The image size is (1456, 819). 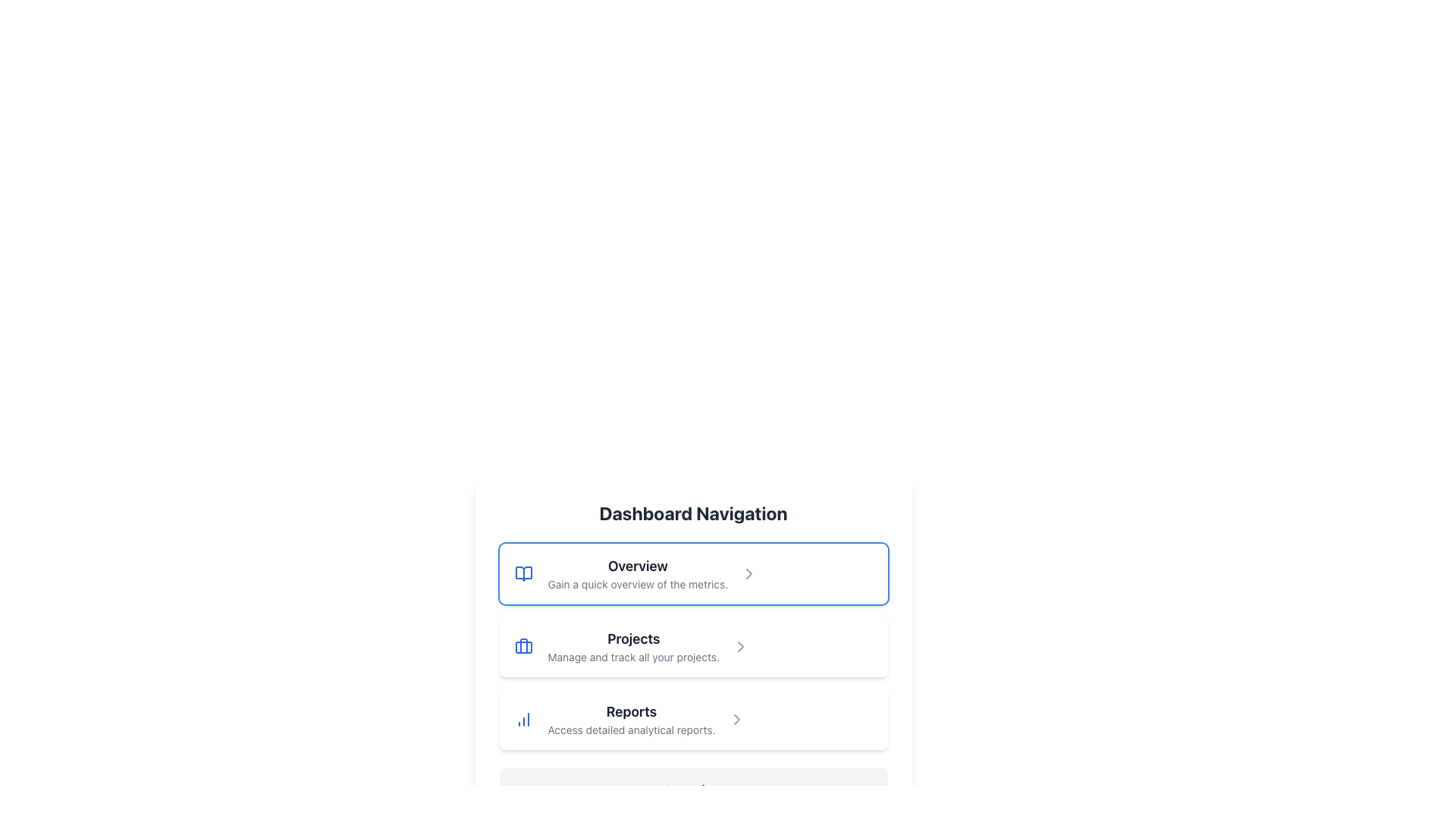 What do you see at coordinates (638, 584) in the screenshot?
I see `the descriptive subtitle text label located beneath the 'Overview' title in the navigation list` at bounding box center [638, 584].